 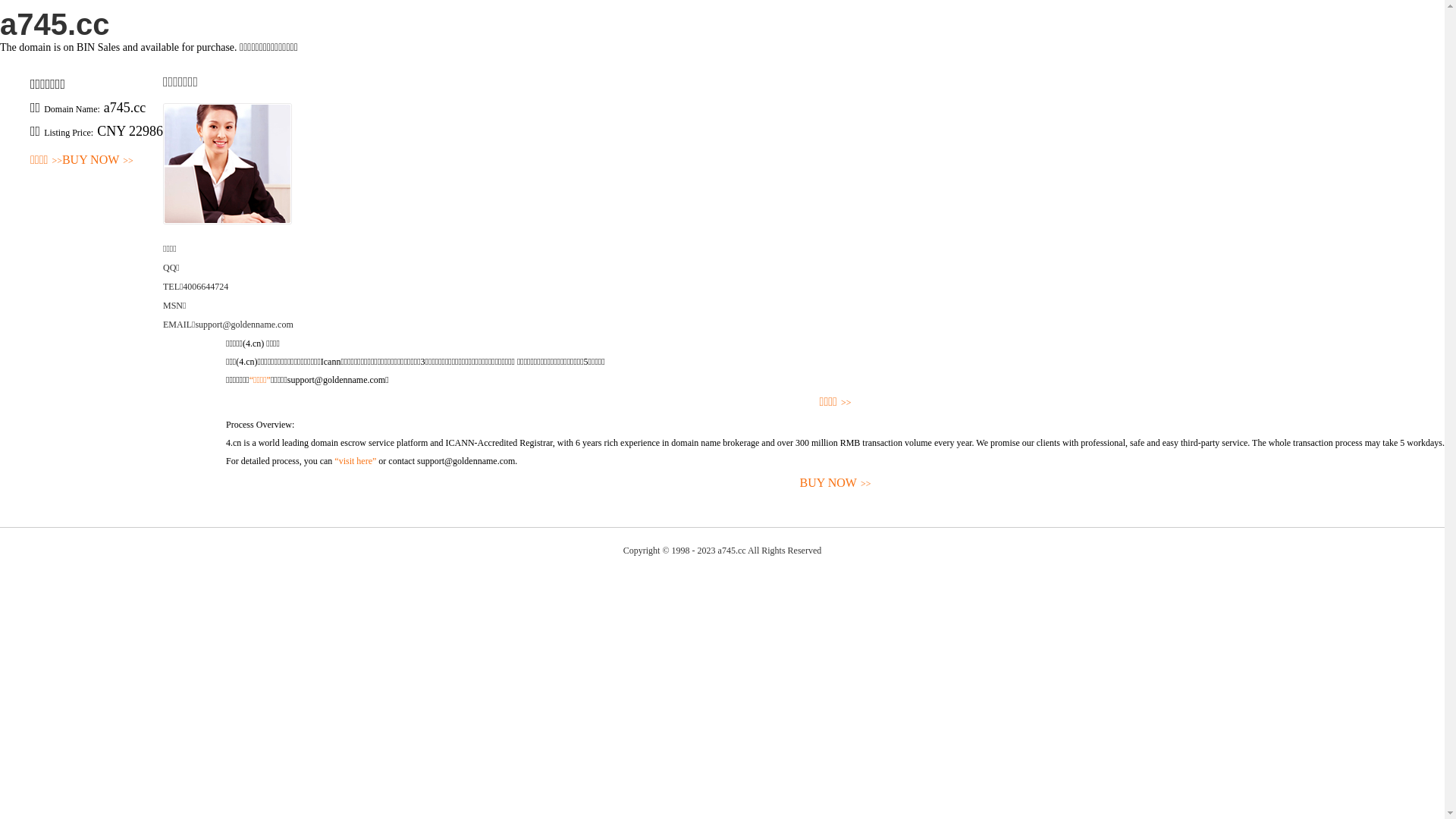 I want to click on 'BUY NOW>>', so click(x=61, y=160).